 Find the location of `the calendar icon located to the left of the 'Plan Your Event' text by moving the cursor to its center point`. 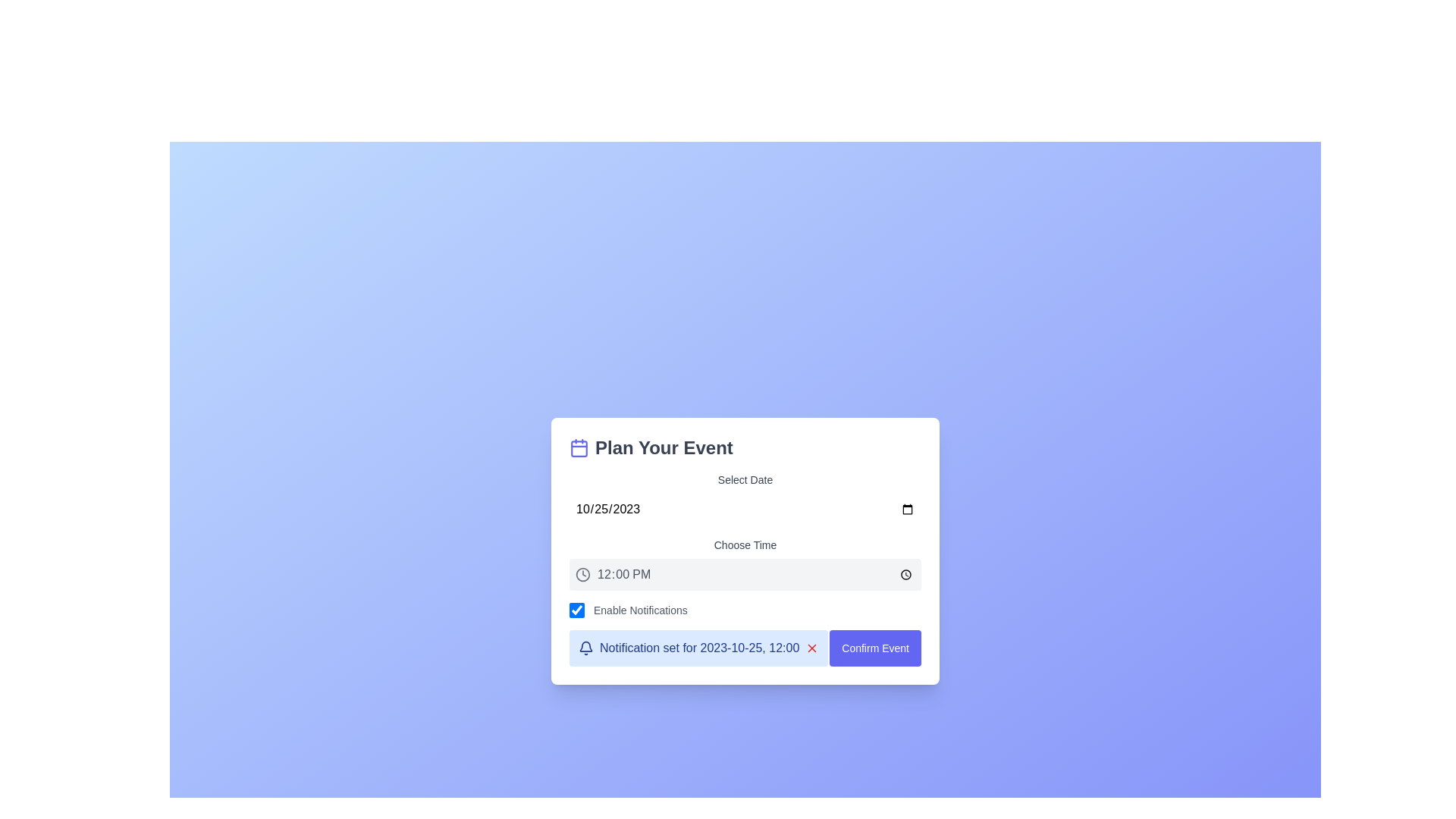

the calendar icon located to the left of the 'Plan Your Event' text by moving the cursor to its center point is located at coordinates (578, 447).